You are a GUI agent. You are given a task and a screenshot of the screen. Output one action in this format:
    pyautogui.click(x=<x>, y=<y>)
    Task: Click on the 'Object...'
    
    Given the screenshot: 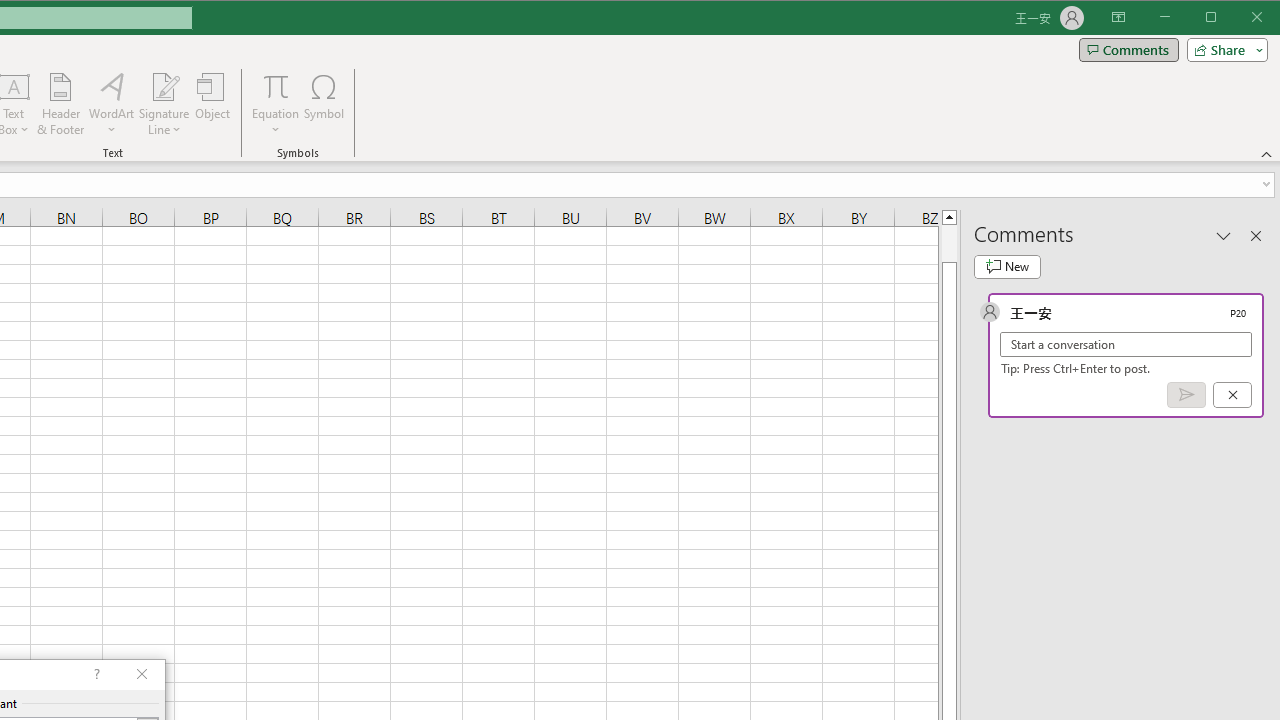 What is the action you would take?
    pyautogui.click(x=213, y=104)
    